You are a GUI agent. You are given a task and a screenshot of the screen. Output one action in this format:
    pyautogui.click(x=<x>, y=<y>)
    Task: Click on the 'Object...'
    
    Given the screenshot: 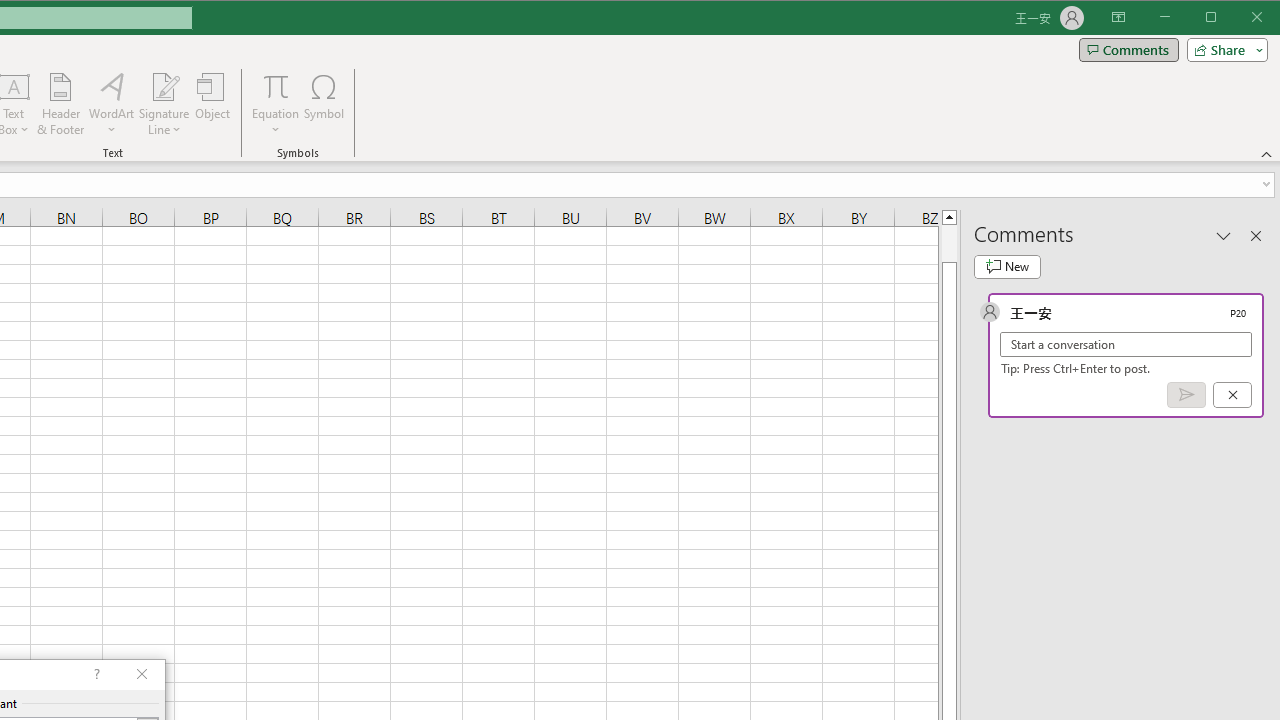 What is the action you would take?
    pyautogui.click(x=213, y=104)
    